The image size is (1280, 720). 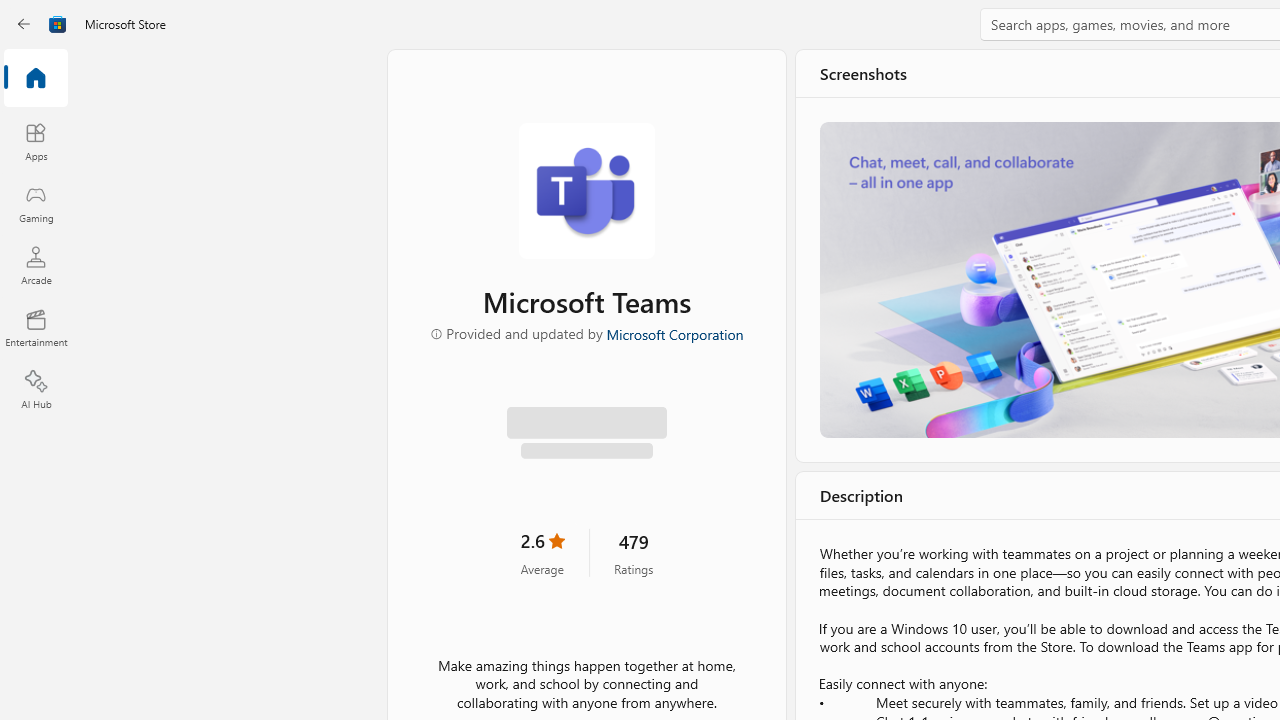 I want to click on 'Microsoft Corporation', so click(x=673, y=332).